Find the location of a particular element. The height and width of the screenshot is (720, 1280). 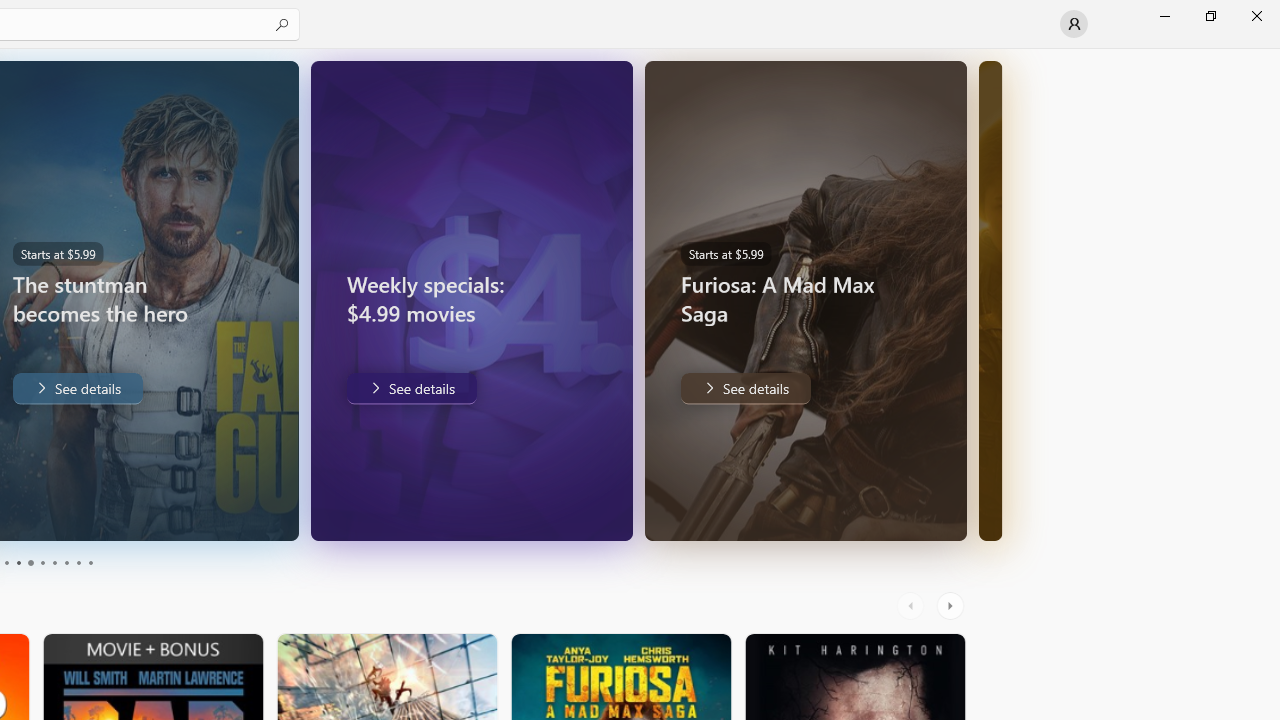

'Page 8' is located at coordinates (65, 563).